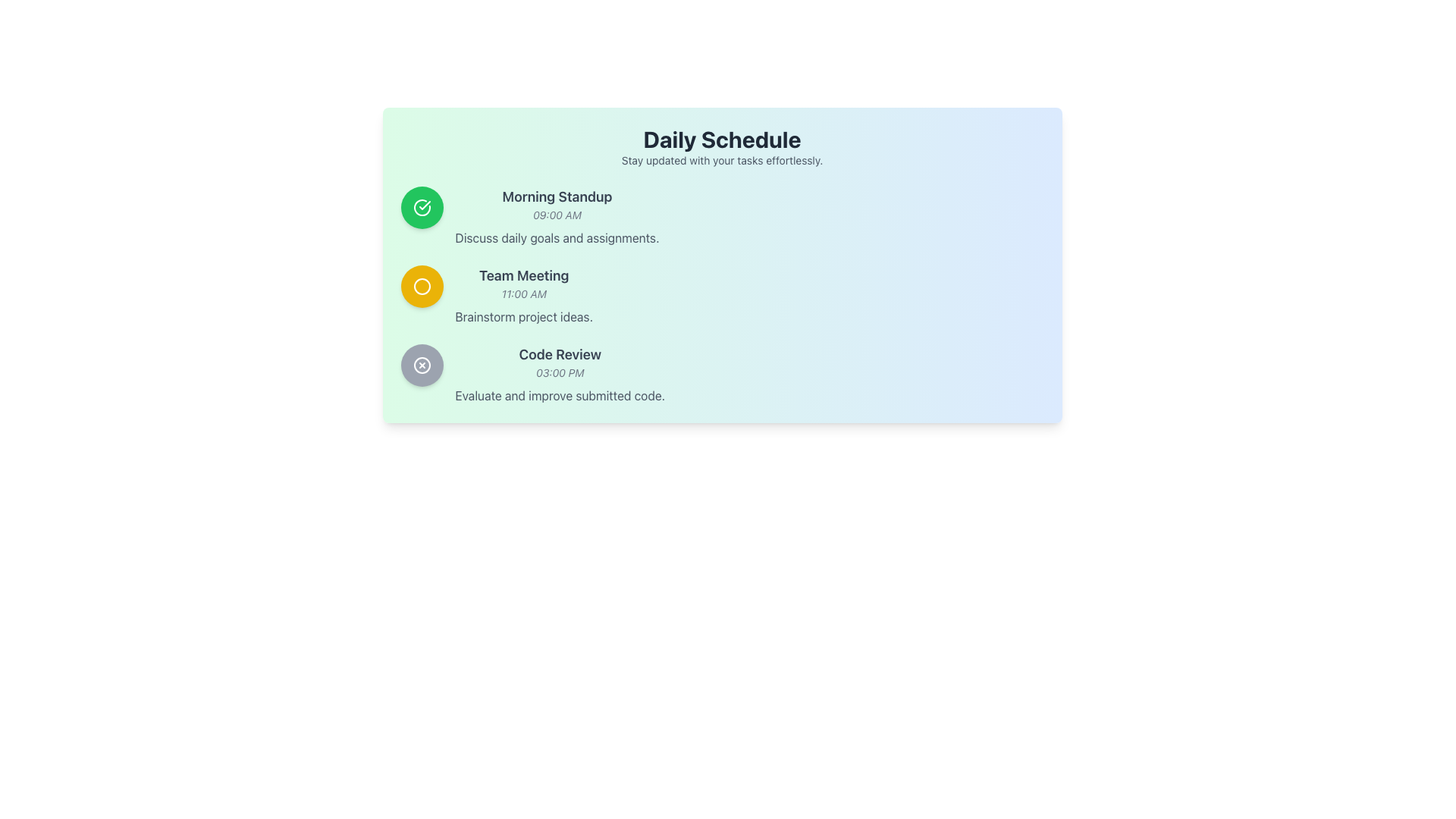 The image size is (1456, 819). Describe the element at coordinates (422, 366) in the screenshot. I see `the third icon in the column, which is a minimalist circle enclosing an 'X' mark` at that location.